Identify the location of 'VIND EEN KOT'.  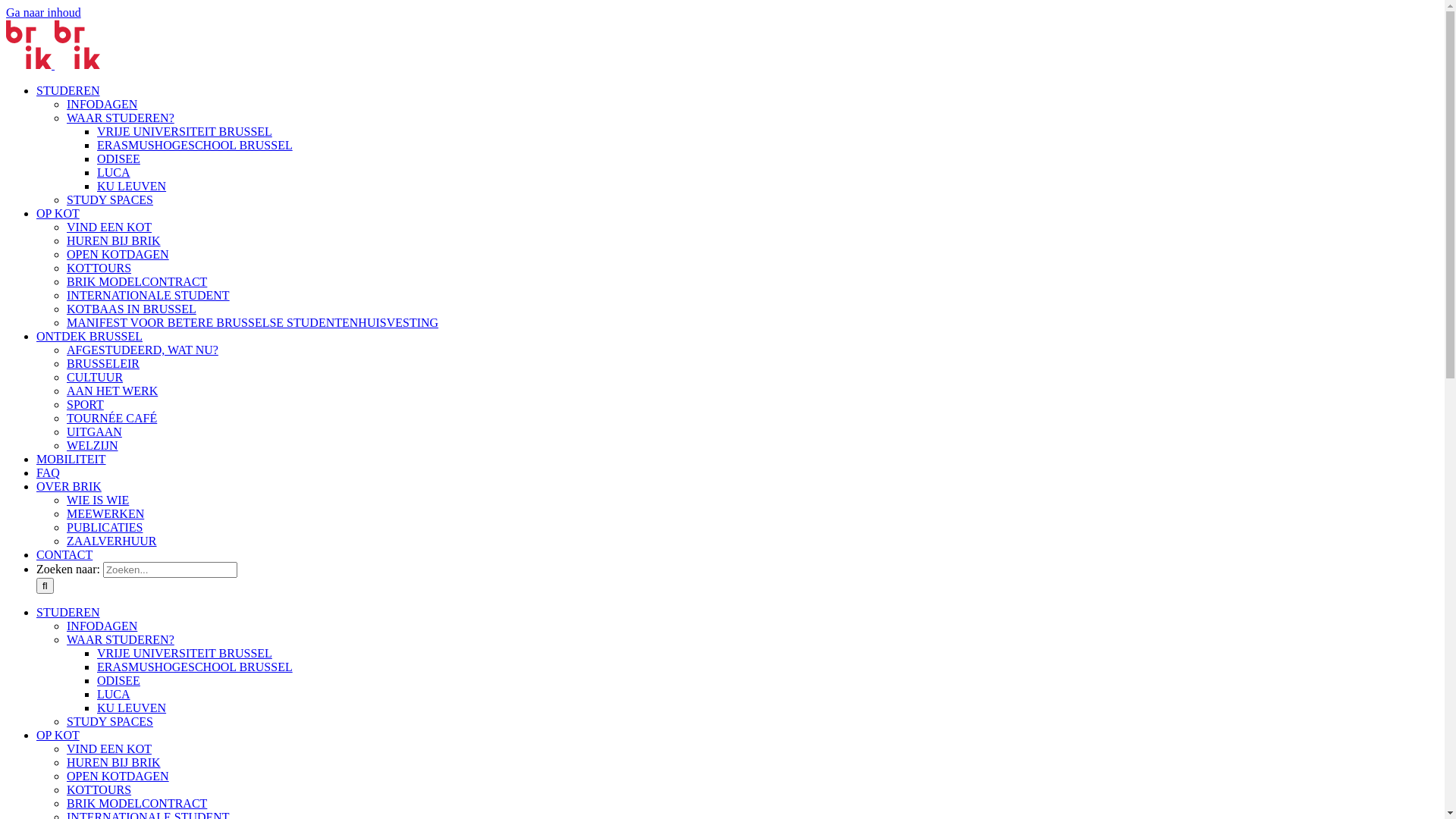
(108, 748).